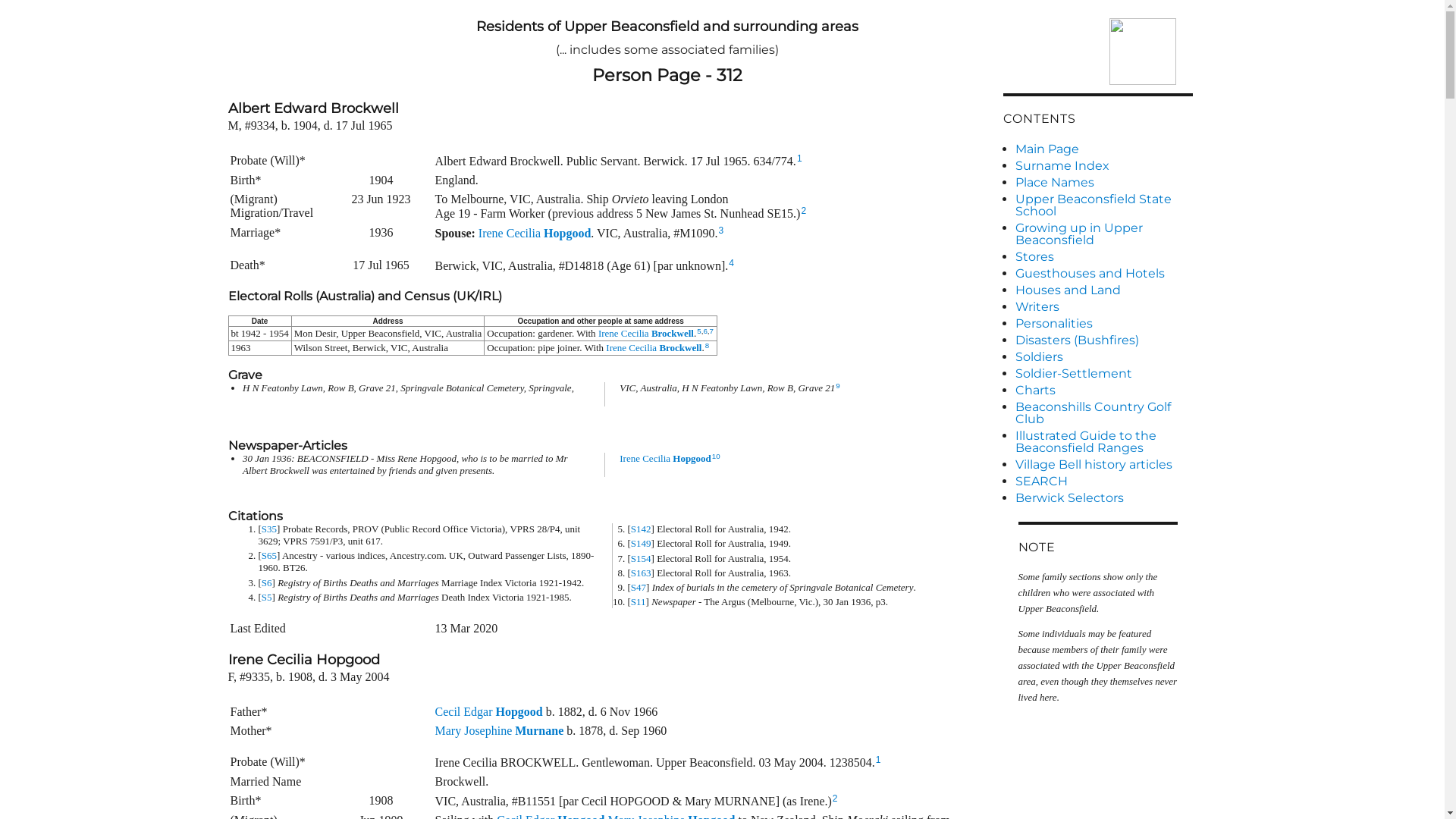 The width and height of the screenshot is (1456, 819). I want to click on 'Place Names', so click(1103, 181).